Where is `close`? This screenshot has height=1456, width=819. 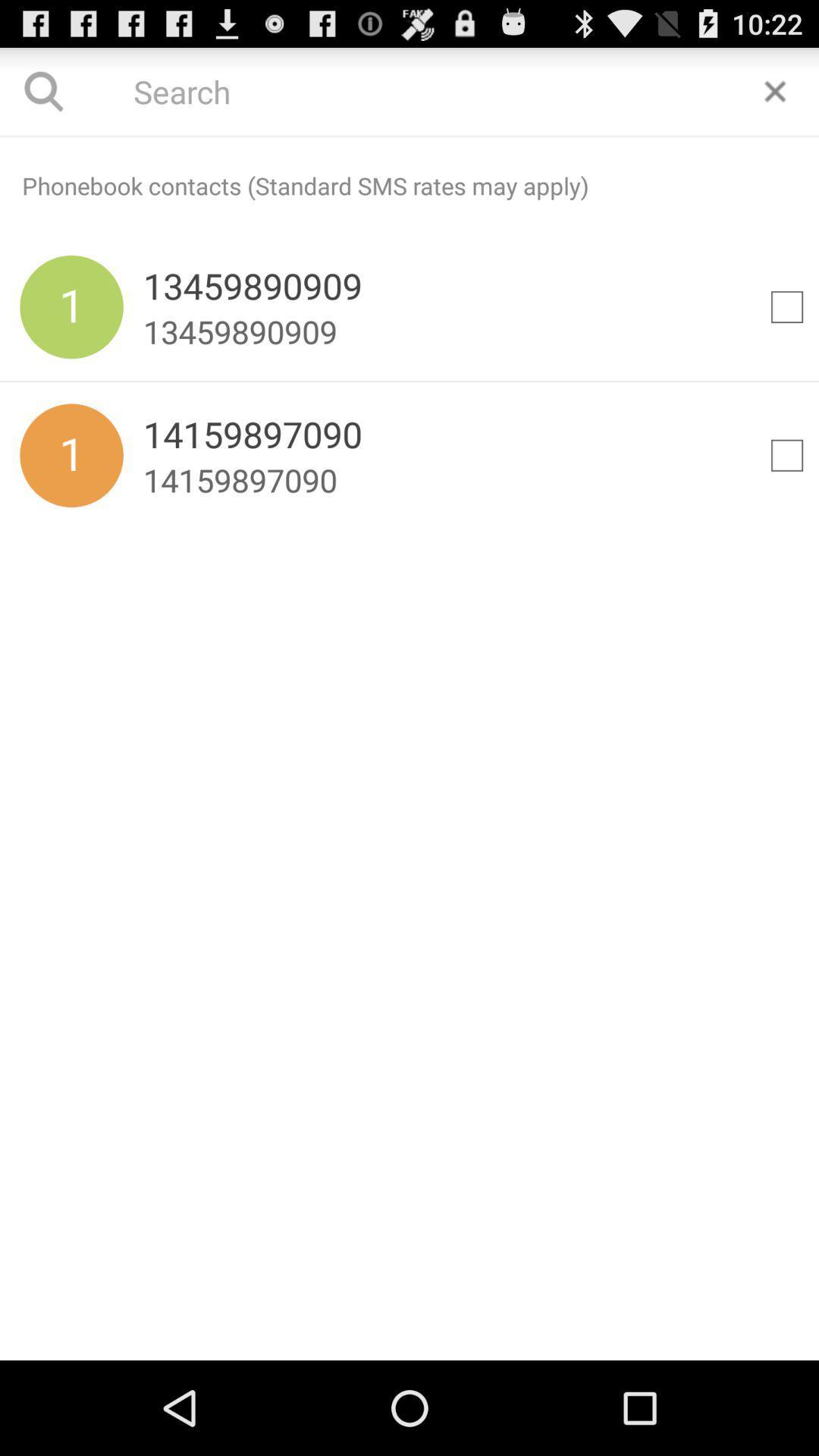 close is located at coordinates (775, 90).